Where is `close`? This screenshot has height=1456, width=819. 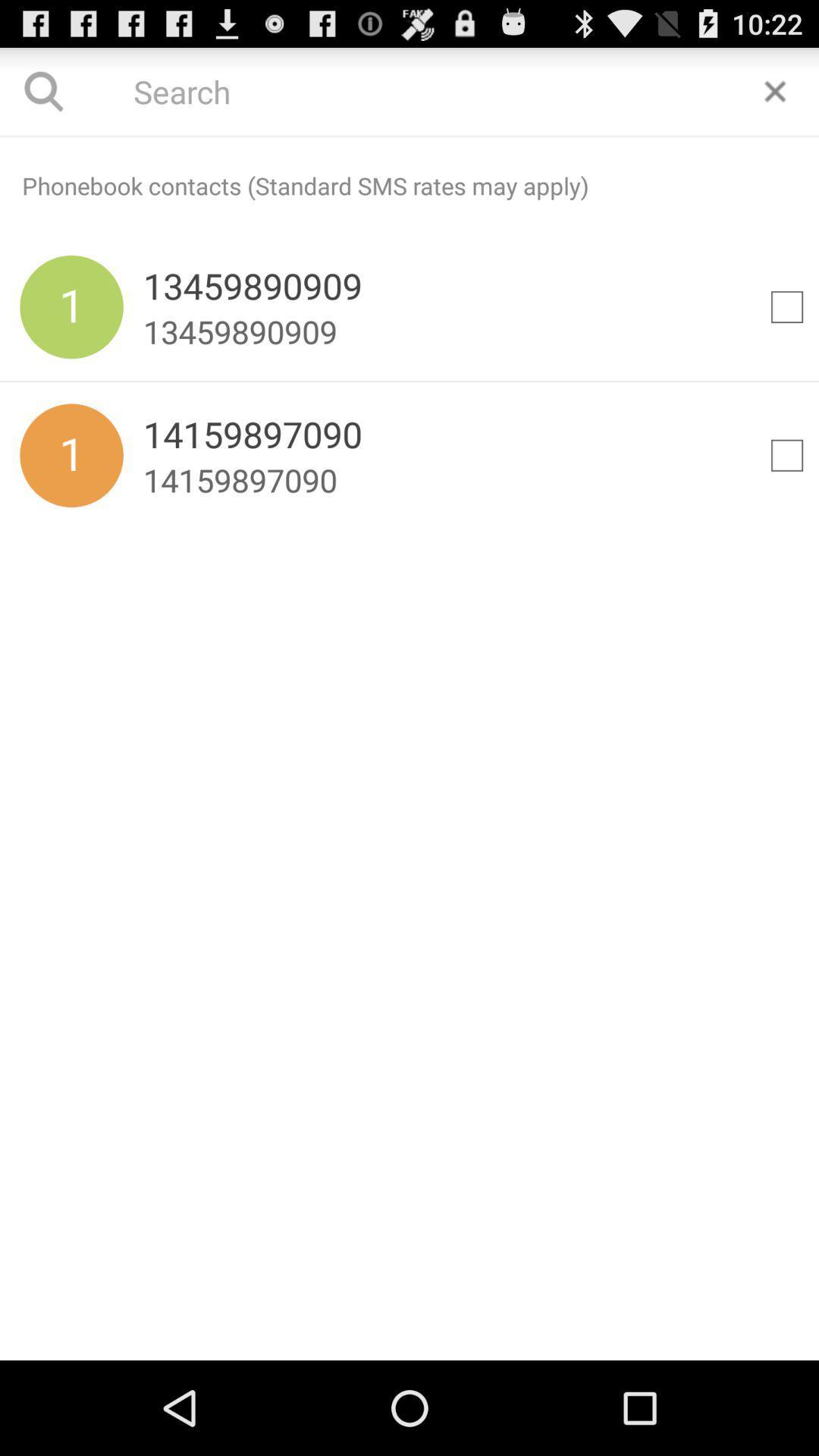 close is located at coordinates (775, 90).